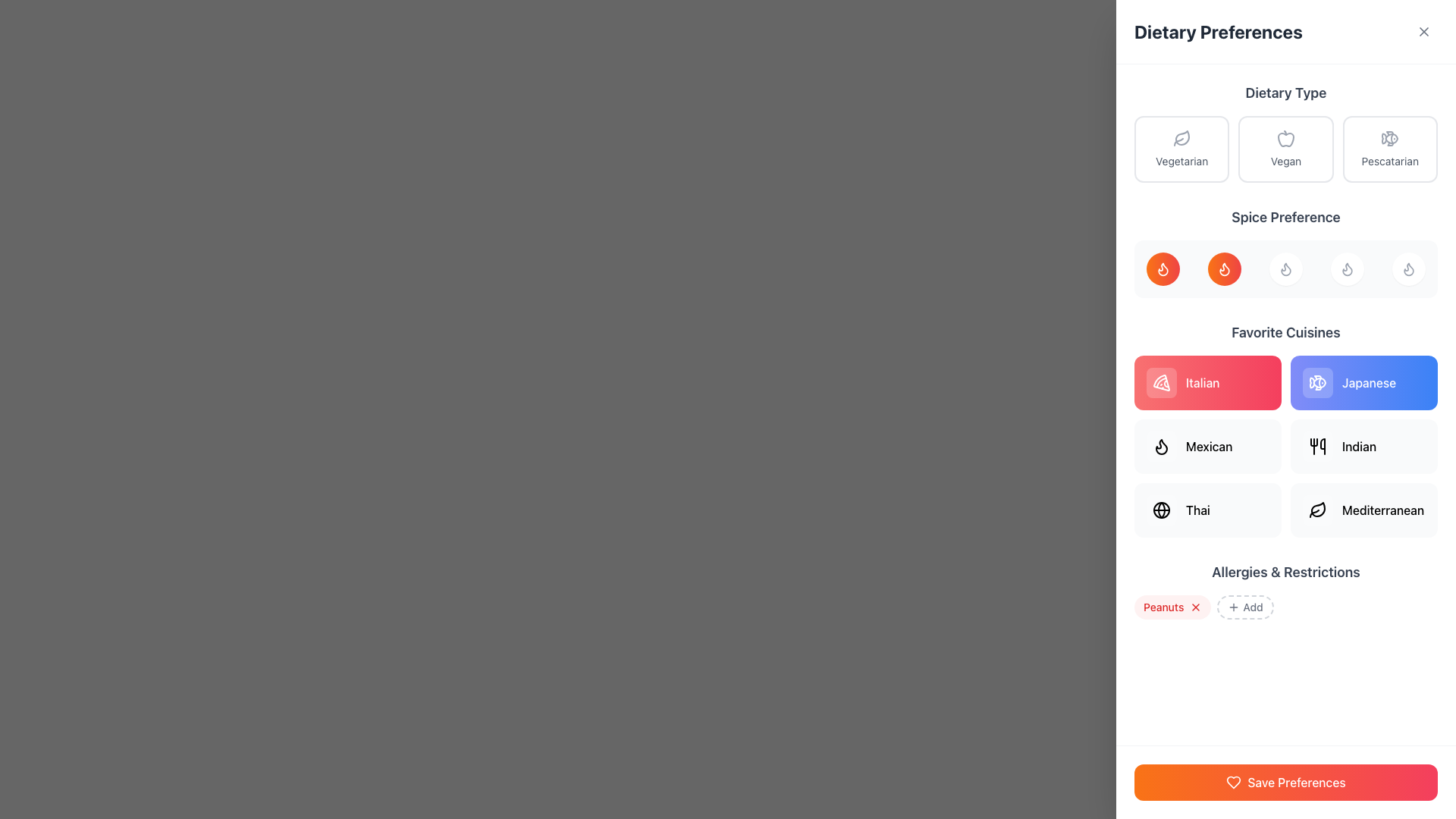 The height and width of the screenshot is (819, 1456). I want to click on the 'Mediterranean' cuisine icon in the 'Favorite Cuisines' section, so click(1317, 509).